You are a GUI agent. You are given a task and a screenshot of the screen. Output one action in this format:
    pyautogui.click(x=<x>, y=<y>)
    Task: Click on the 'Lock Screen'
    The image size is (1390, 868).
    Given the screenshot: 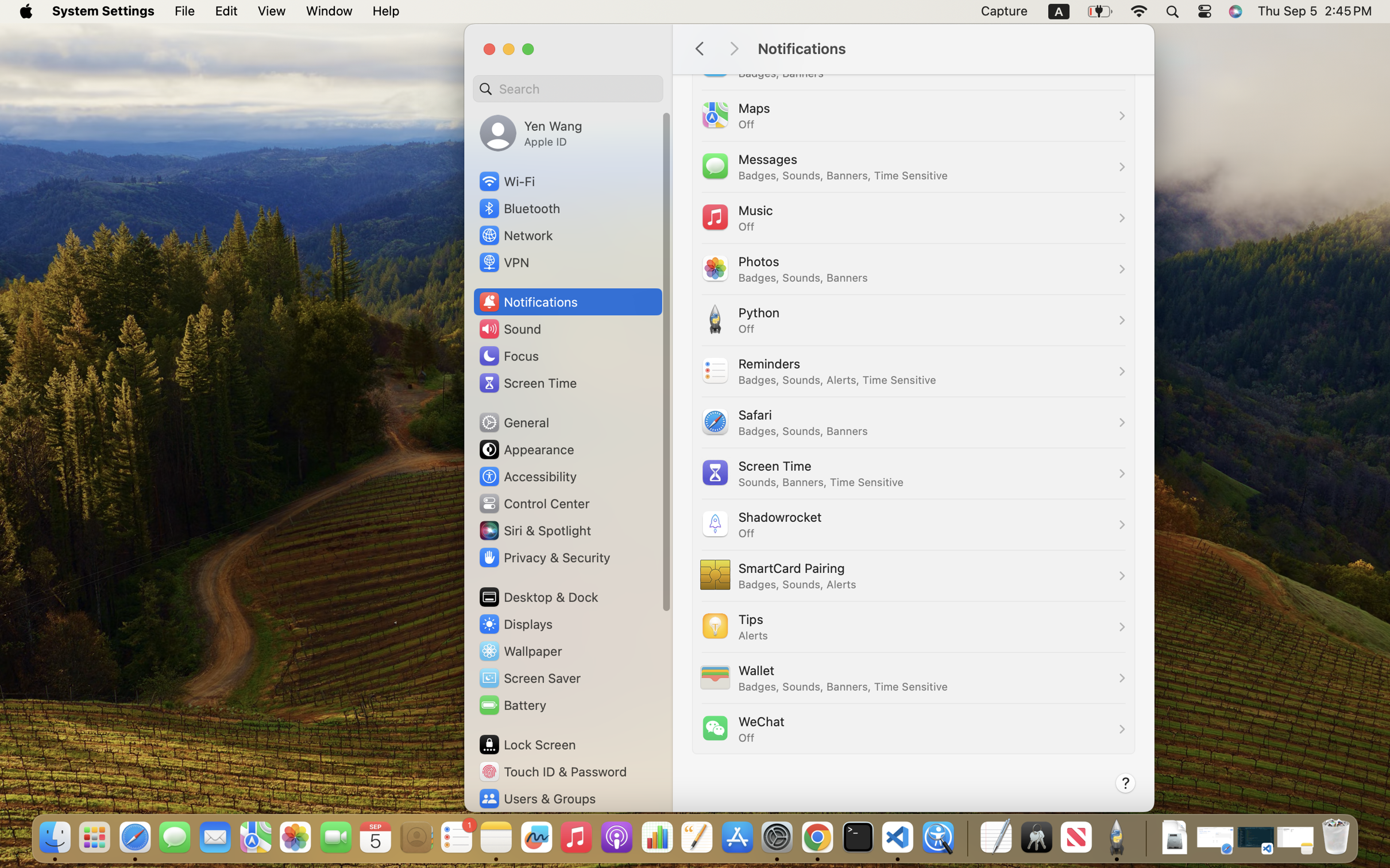 What is the action you would take?
    pyautogui.click(x=527, y=744)
    